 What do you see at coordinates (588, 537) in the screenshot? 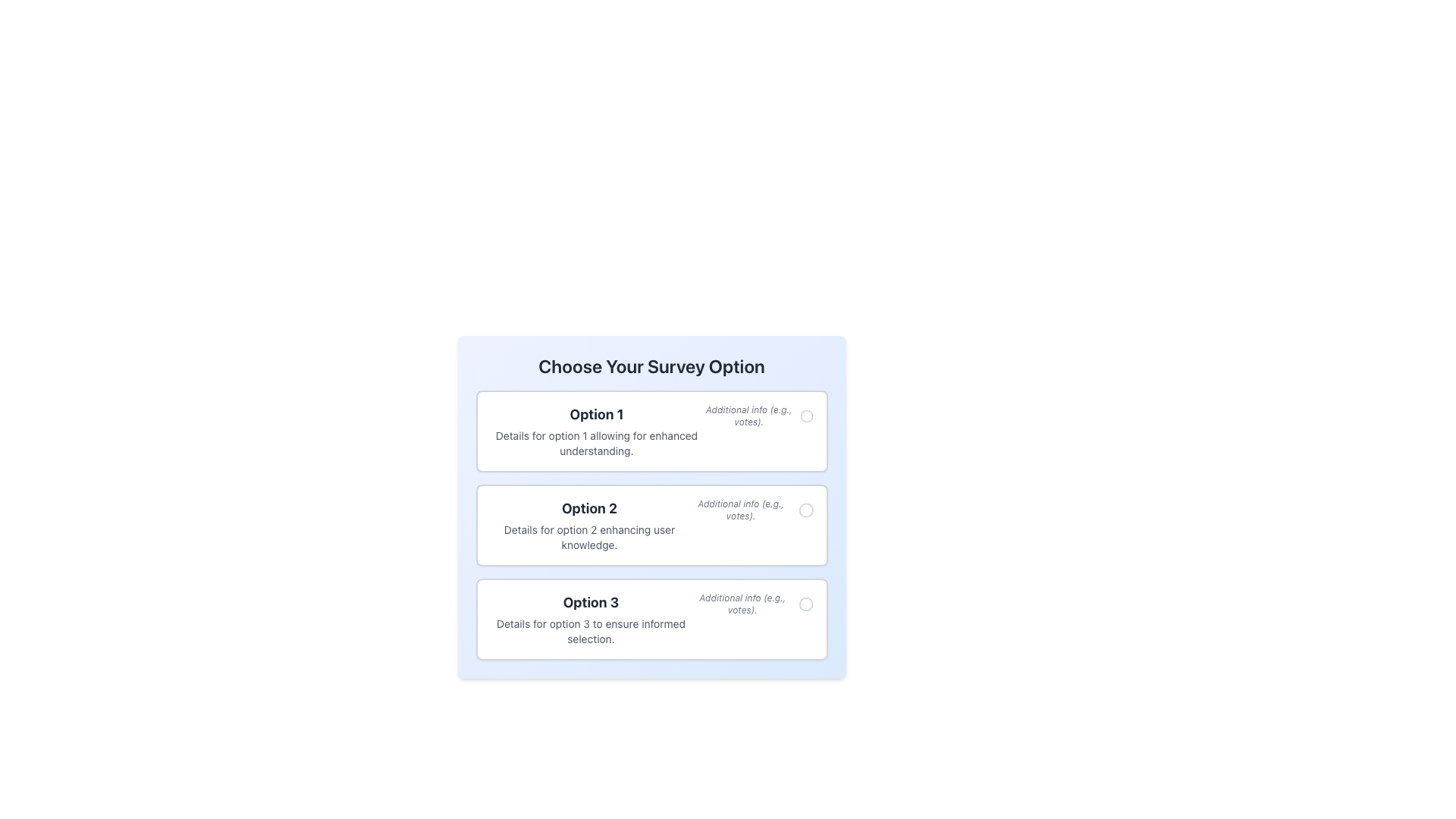
I see `the Text Label containing 'Details for option 2 enhancing user knowledge.' which is located under the title 'Option 2' in the second card of the survey options` at bounding box center [588, 537].